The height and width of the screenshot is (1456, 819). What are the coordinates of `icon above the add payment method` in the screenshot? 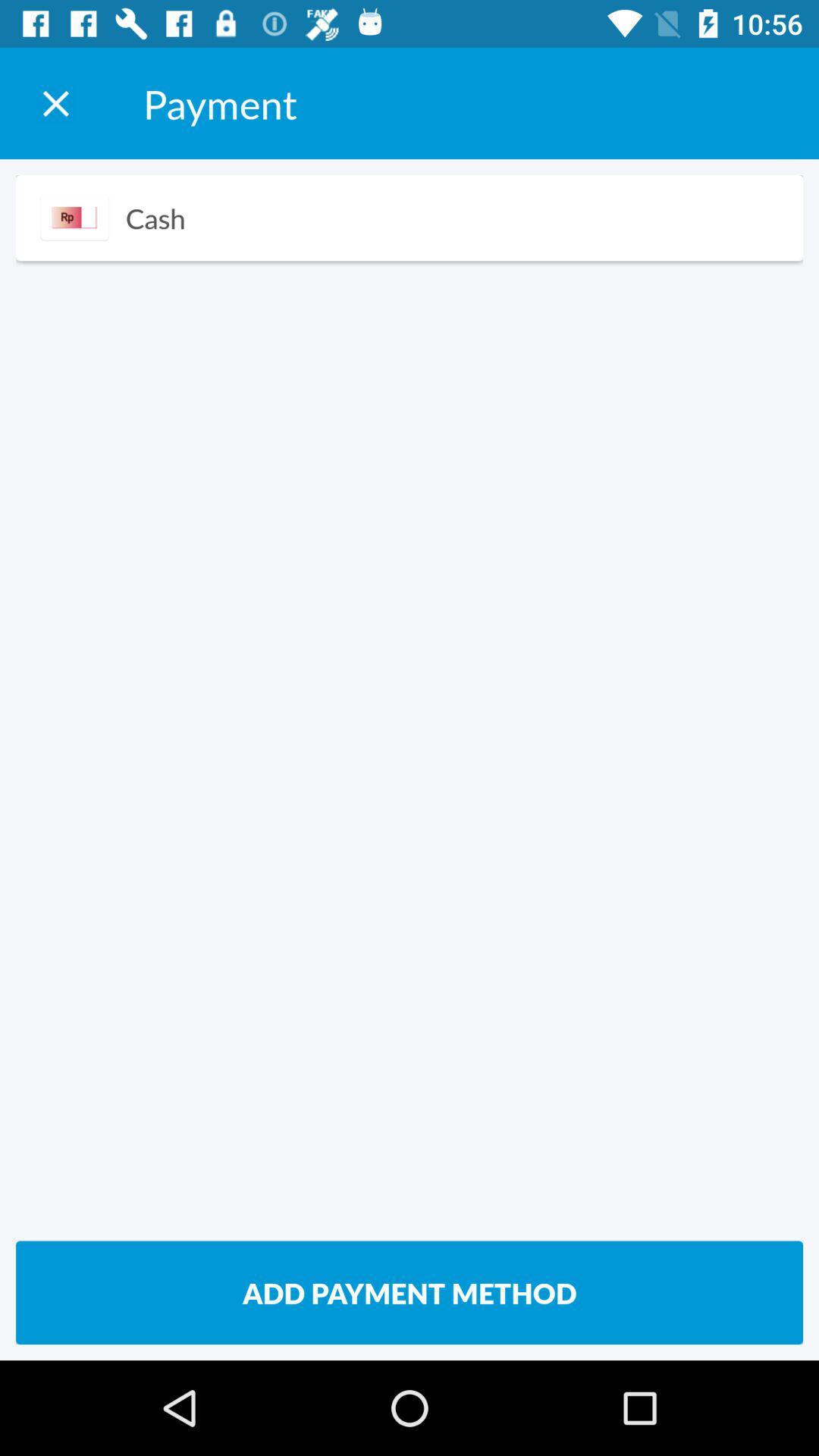 It's located at (155, 217).